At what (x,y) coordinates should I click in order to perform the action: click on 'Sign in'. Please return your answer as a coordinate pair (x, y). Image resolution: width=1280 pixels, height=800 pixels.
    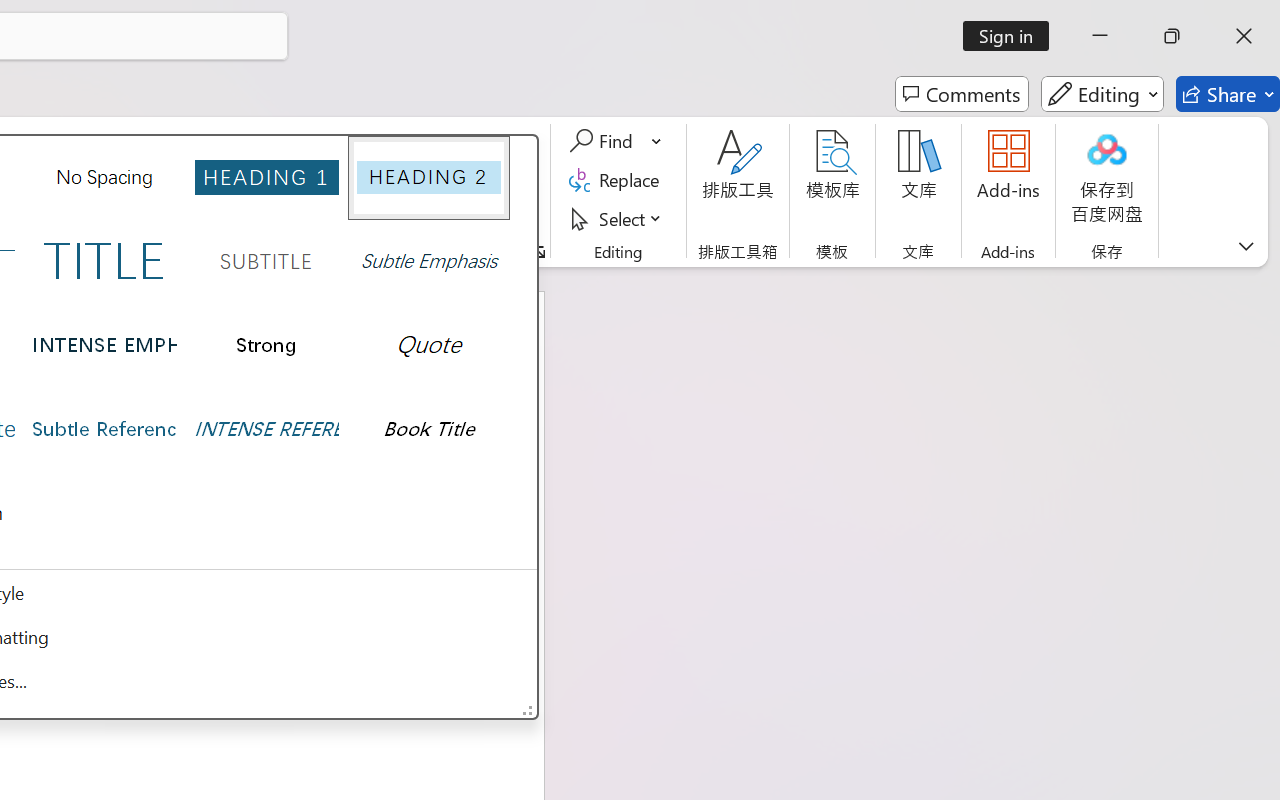
    Looking at the image, I should click on (1013, 35).